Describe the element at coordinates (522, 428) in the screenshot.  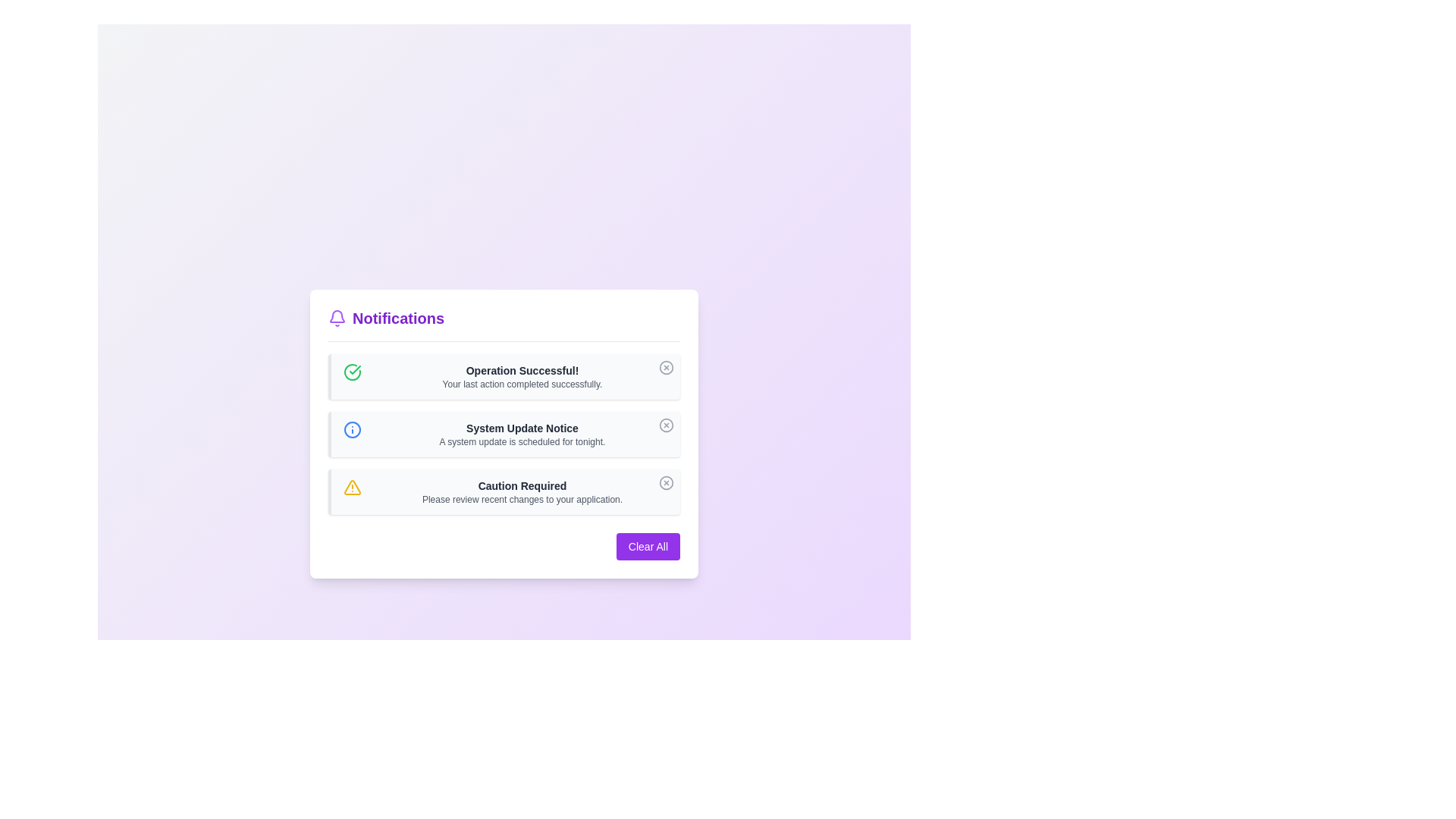
I see `static text label 'System Update Notice' which is displayed in bold grayish-black font within the second notification card` at that location.